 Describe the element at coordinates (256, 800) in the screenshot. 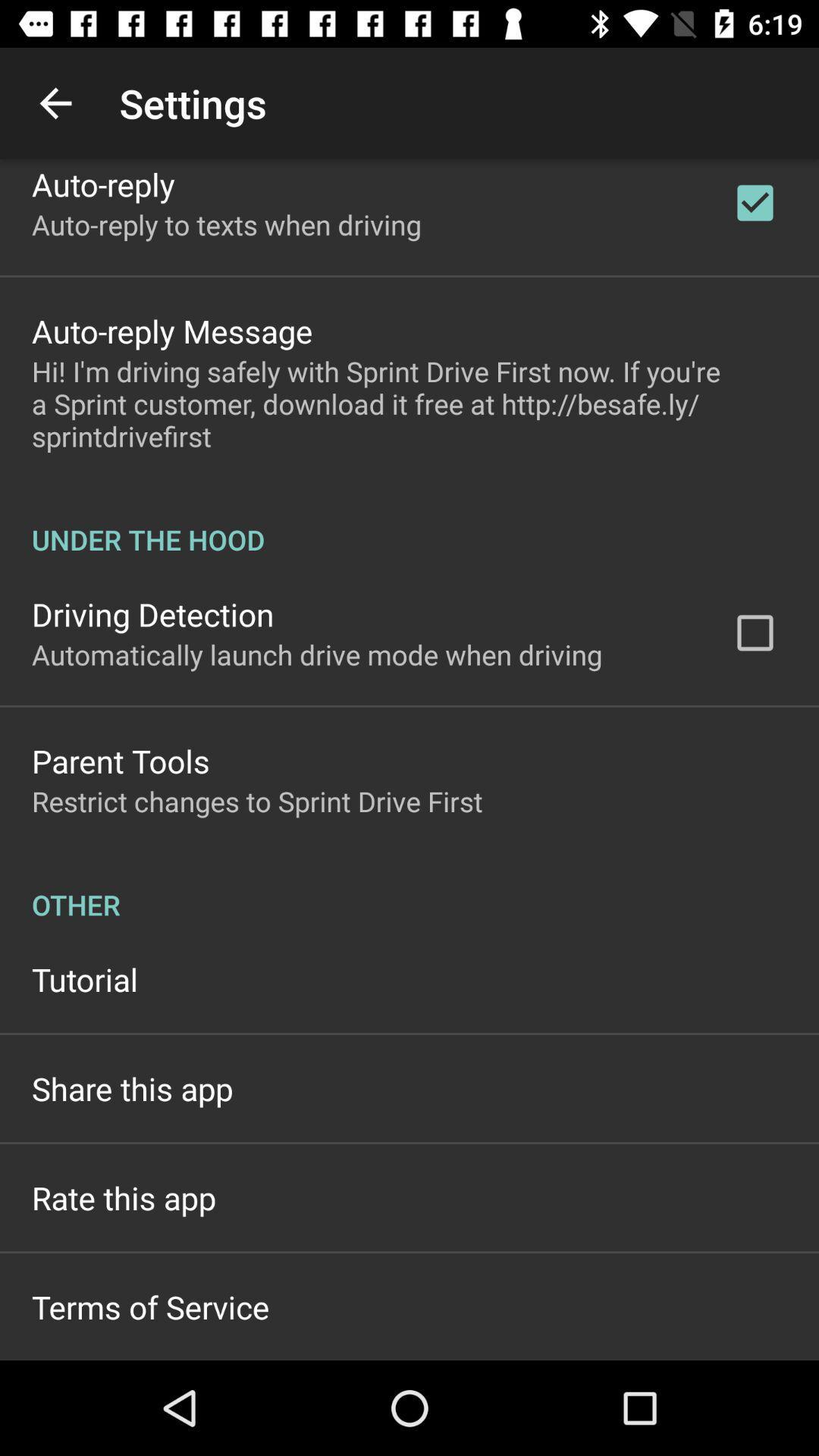

I see `the restrict changes to` at that location.